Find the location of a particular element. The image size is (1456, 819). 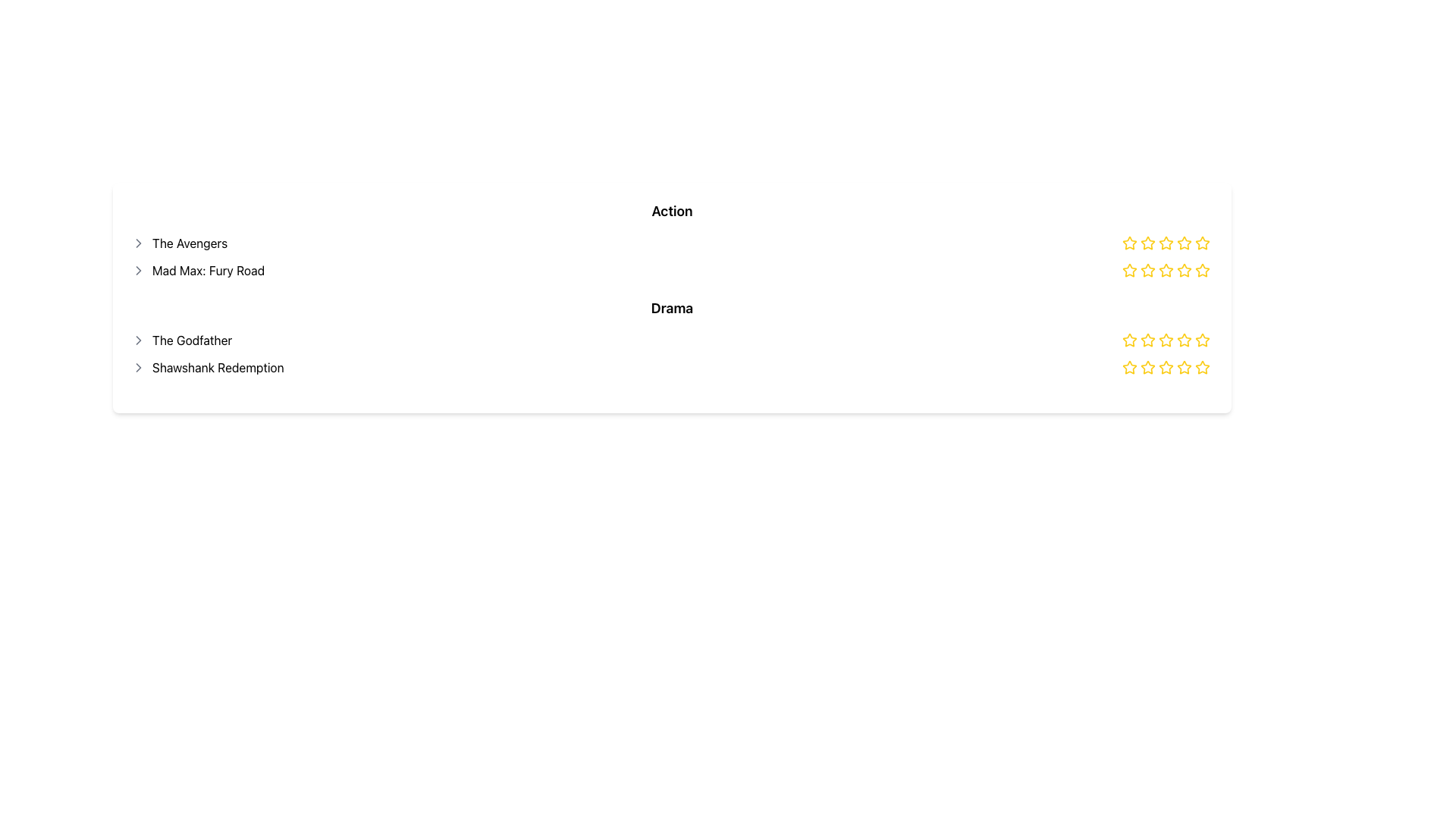

the movie title label located under the 'Drama' category, specifically the first entry beneath 'The Godfather', to highlight the information is located at coordinates (206, 368).